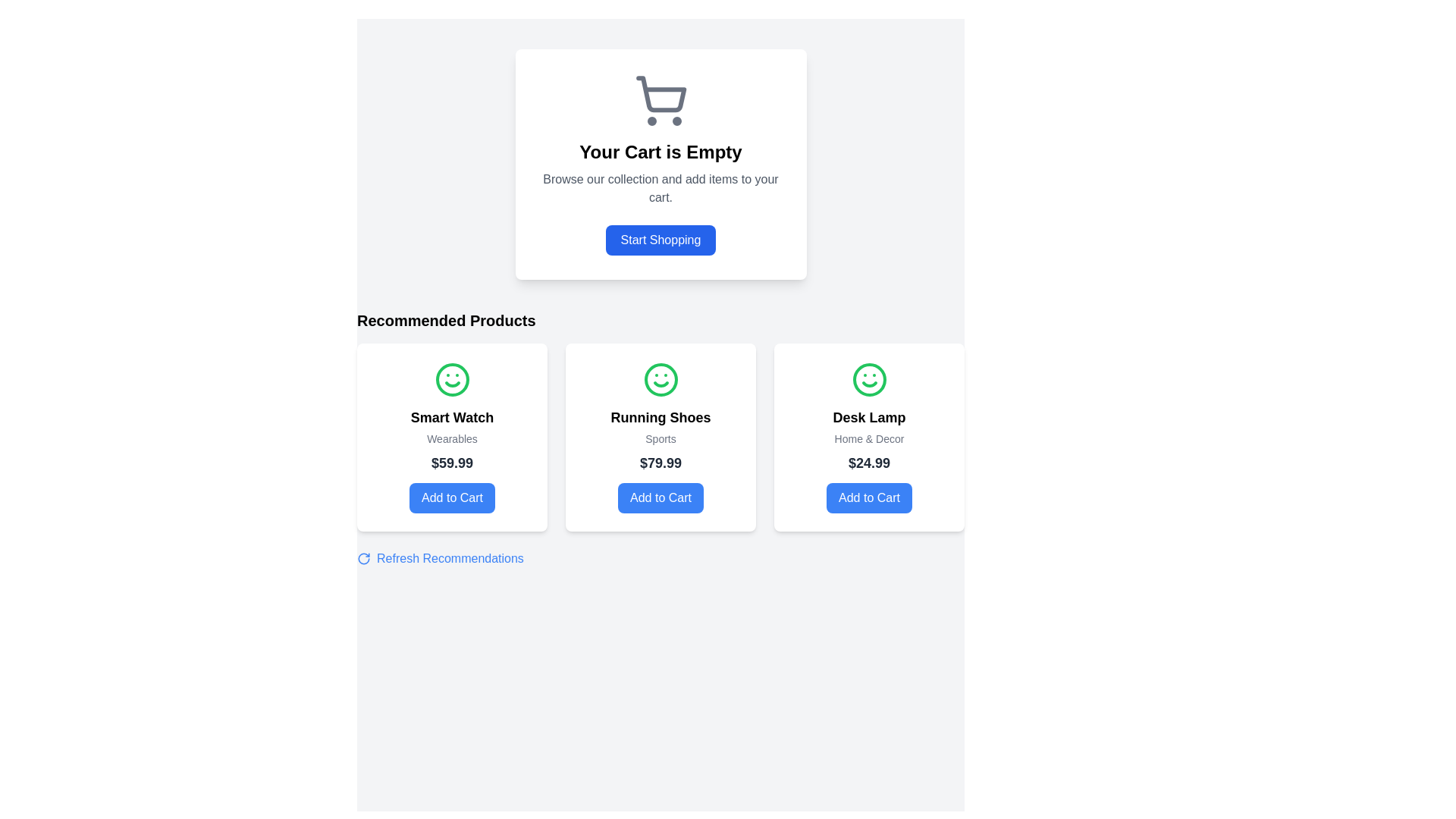 Image resolution: width=1456 pixels, height=819 pixels. What do you see at coordinates (869, 379) in the screenshot?
I see `the circular smiley face icon with a green stroke located at the top of the 'Desk Lamp' card in the 'Recommended Products' section` at bounding box center [869, 379].